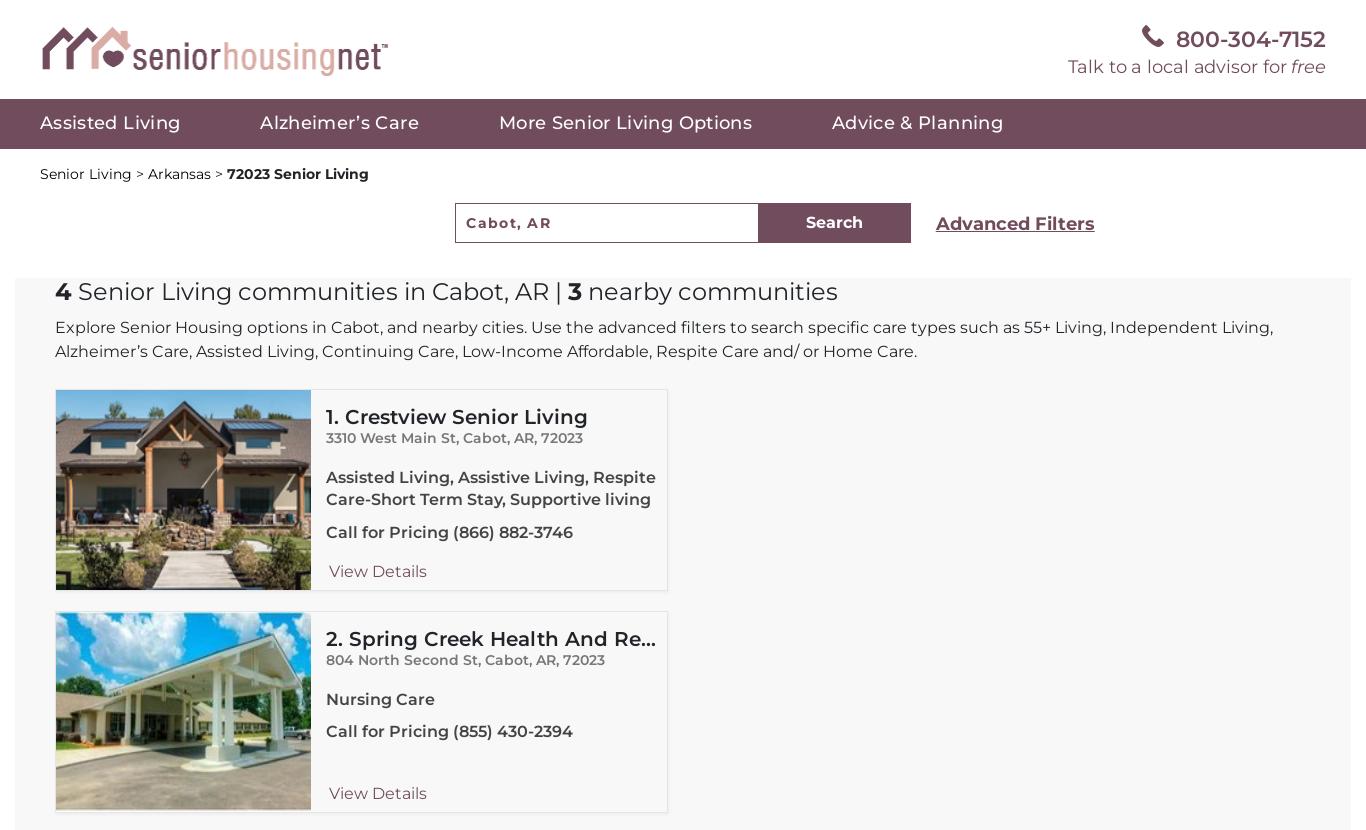 This screenshot has width=1366, height=830. I want to click on 'Talk to a local advisor for', so click(1066, 65).